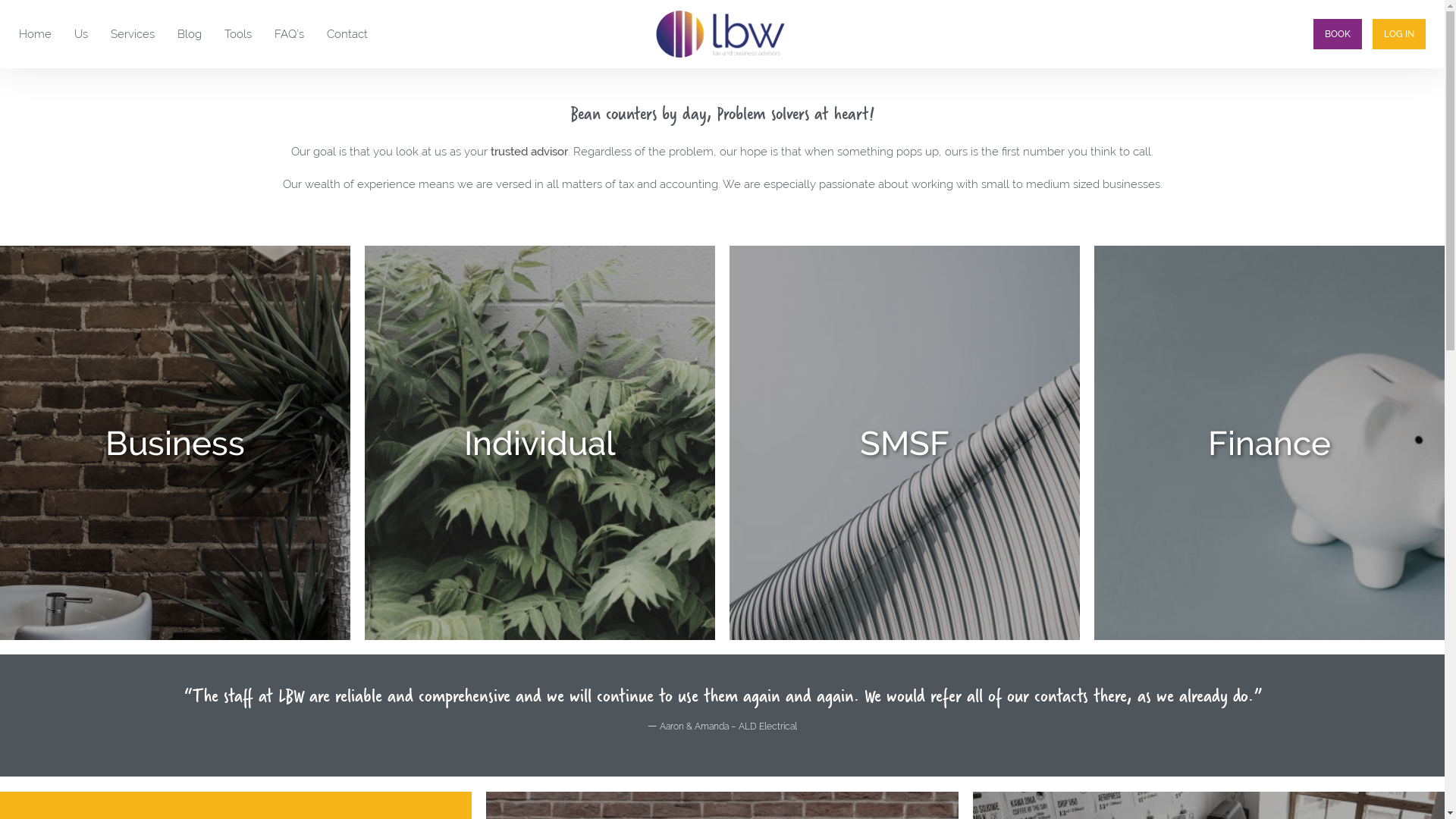 Image resolution: width=1456 pixels, height=819 pixels. Describe the element at coordinates (237, 34) in the screenshot. I see `'Tools'` at that location.